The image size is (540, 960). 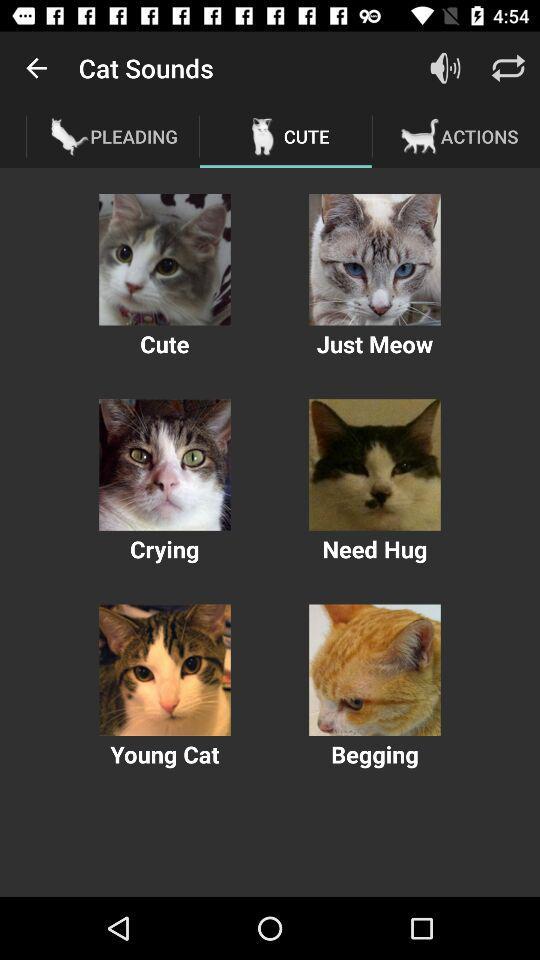 I want to click on the cute option, so click(x=164, y=258).